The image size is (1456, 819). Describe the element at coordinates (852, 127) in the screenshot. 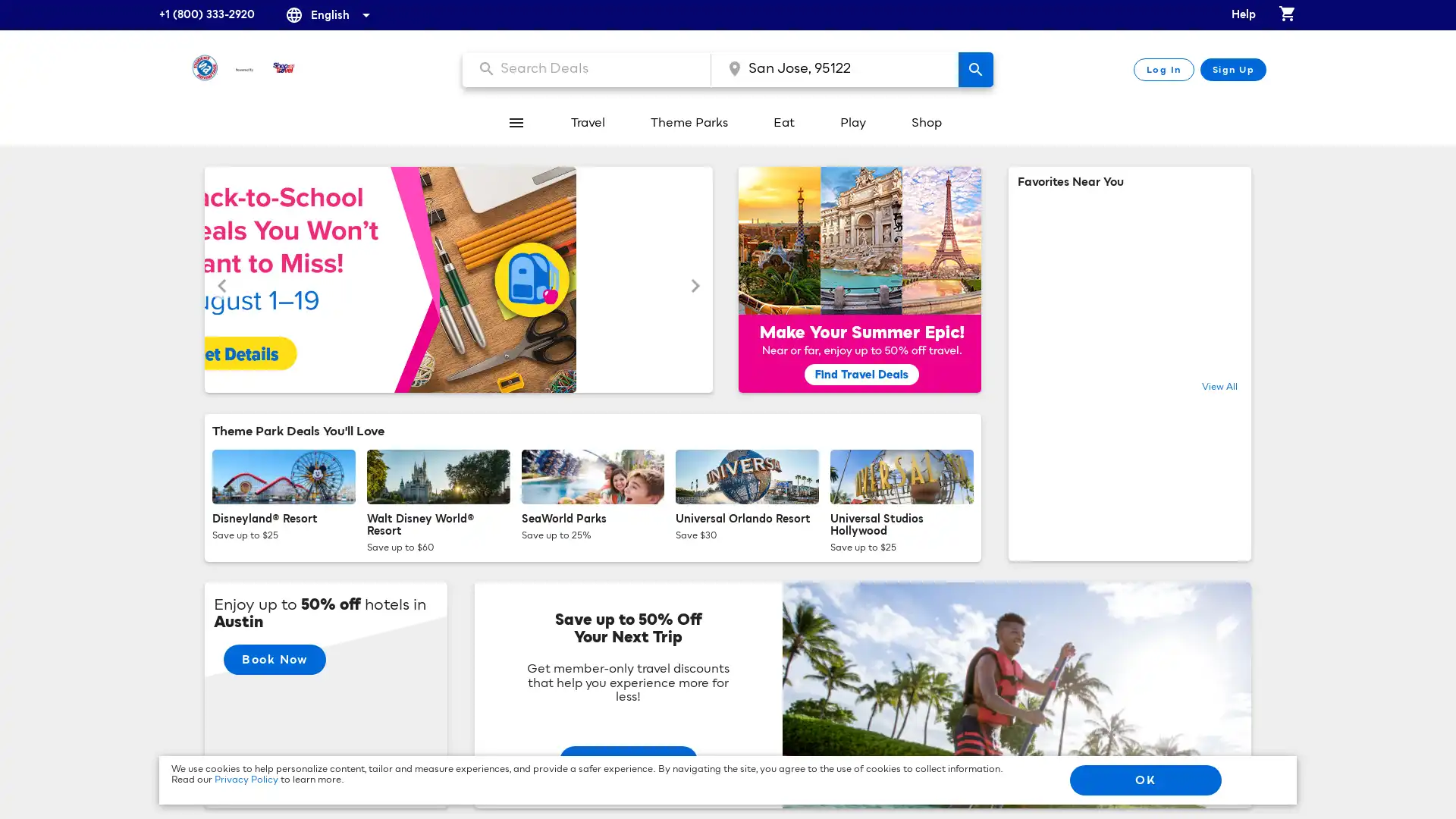

I see `Play` at that location.